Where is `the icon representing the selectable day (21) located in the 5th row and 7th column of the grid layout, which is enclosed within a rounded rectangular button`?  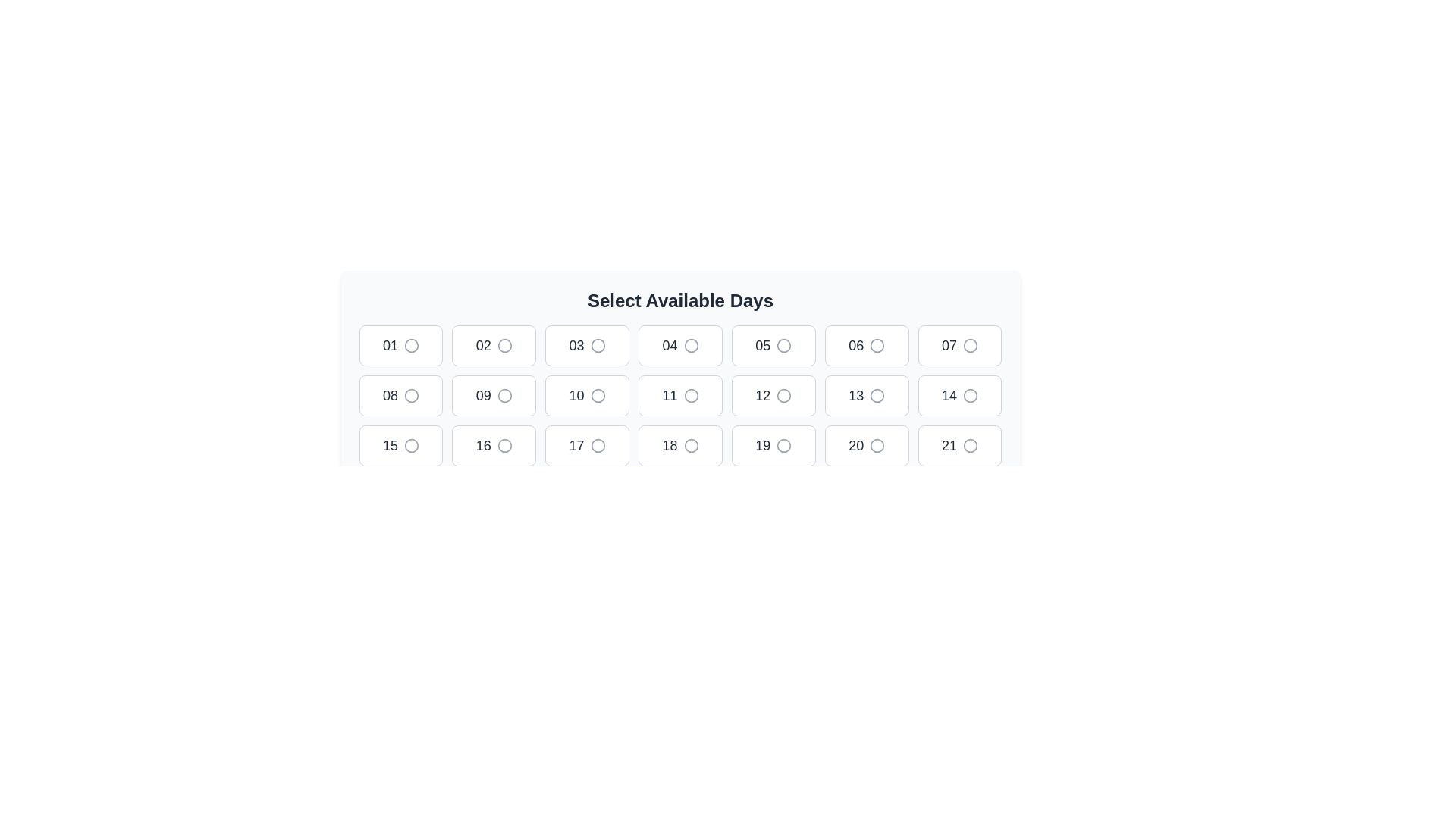 the icon representing the selectable day (21) located in the 5th row and 7th column of the grid layout, which is enclosed within a rounded rectangular button is located at coordinates (971, 444).